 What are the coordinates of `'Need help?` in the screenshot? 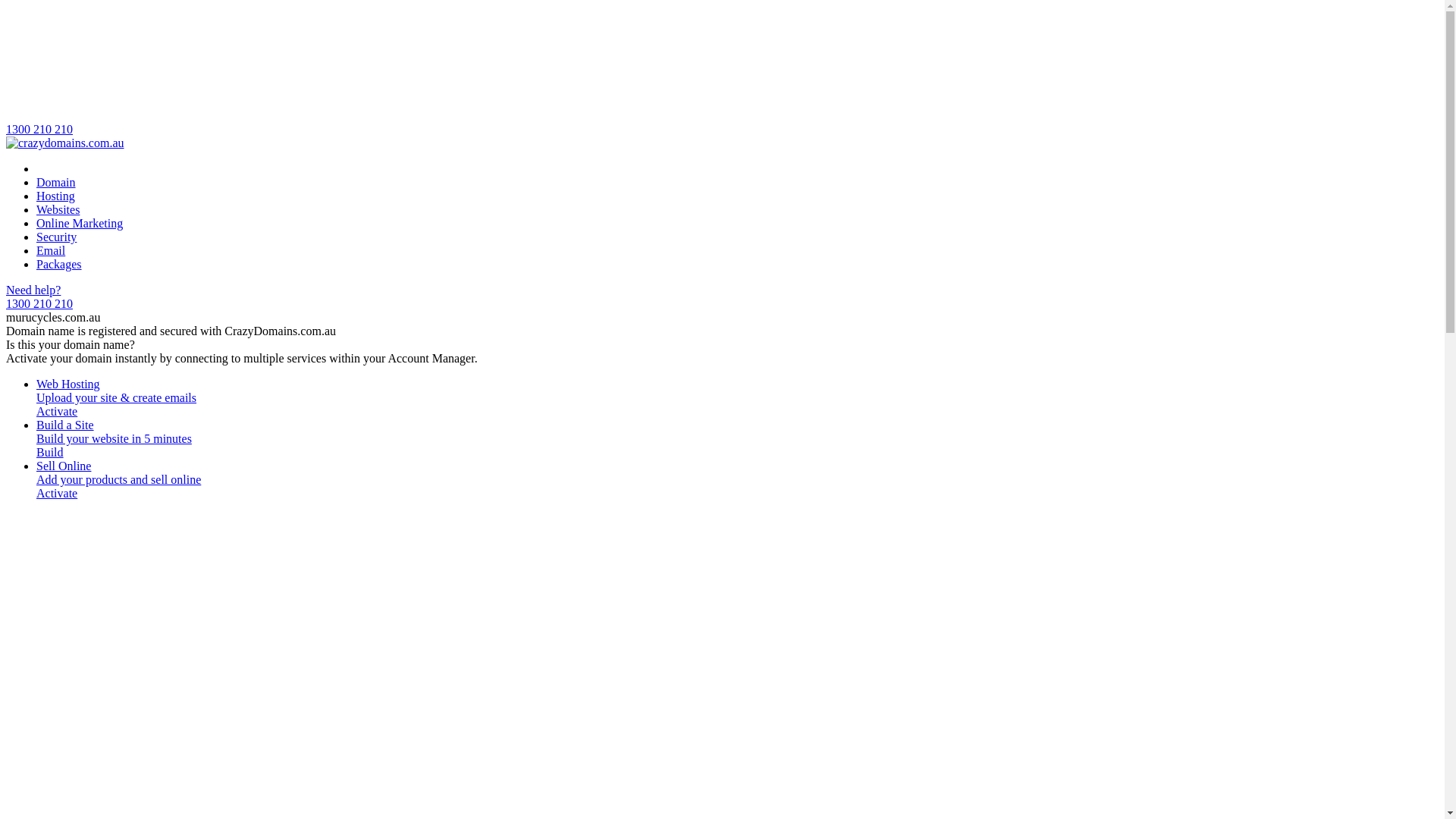 It's located at (721, 297).